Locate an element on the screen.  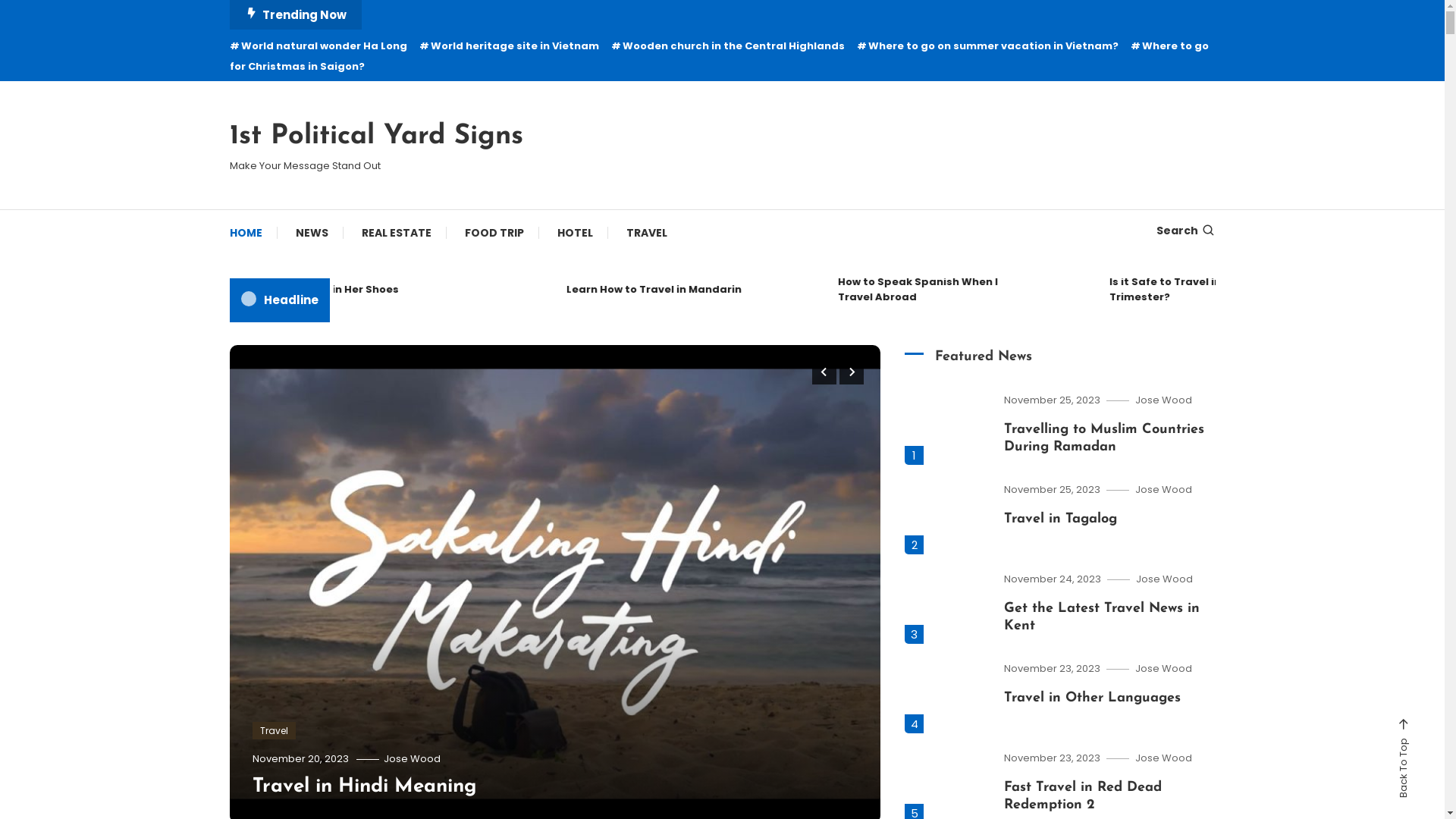
'Get the Latest Travel News in Kent' is located at coordinates (1102, 617).